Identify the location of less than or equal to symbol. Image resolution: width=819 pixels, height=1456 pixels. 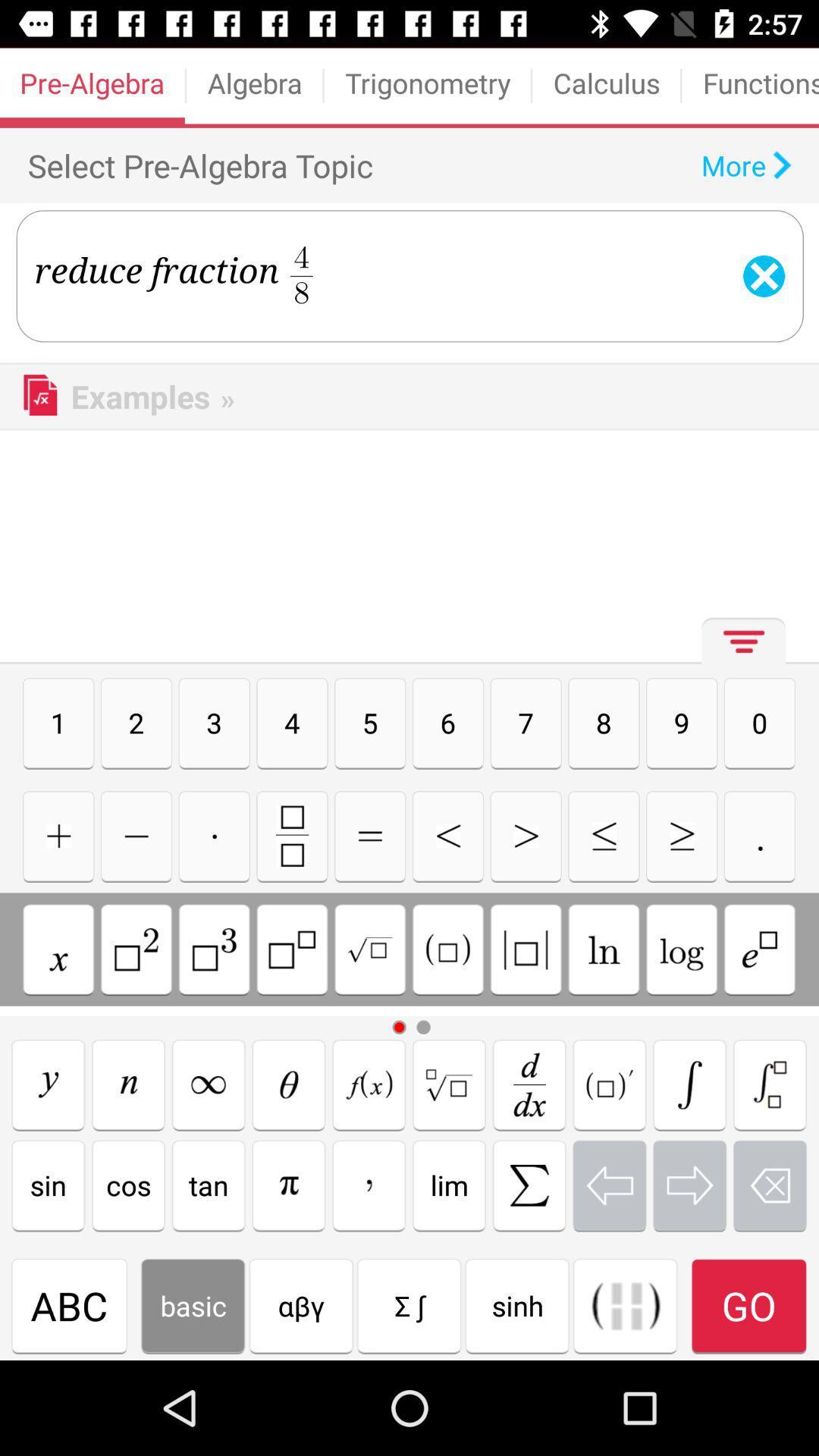
(603, 835).